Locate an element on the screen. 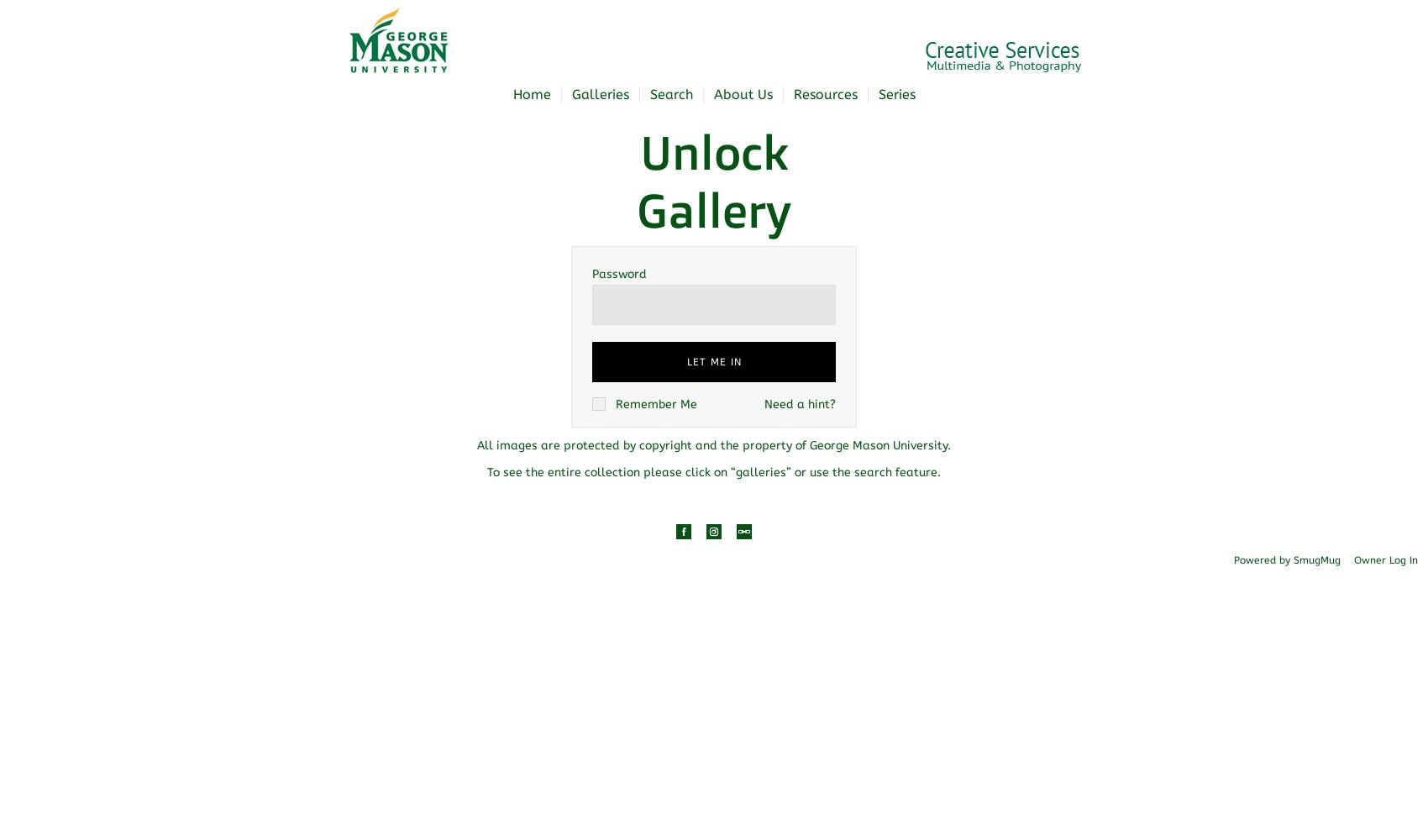  'Password' is located at coordinates (619, 272).